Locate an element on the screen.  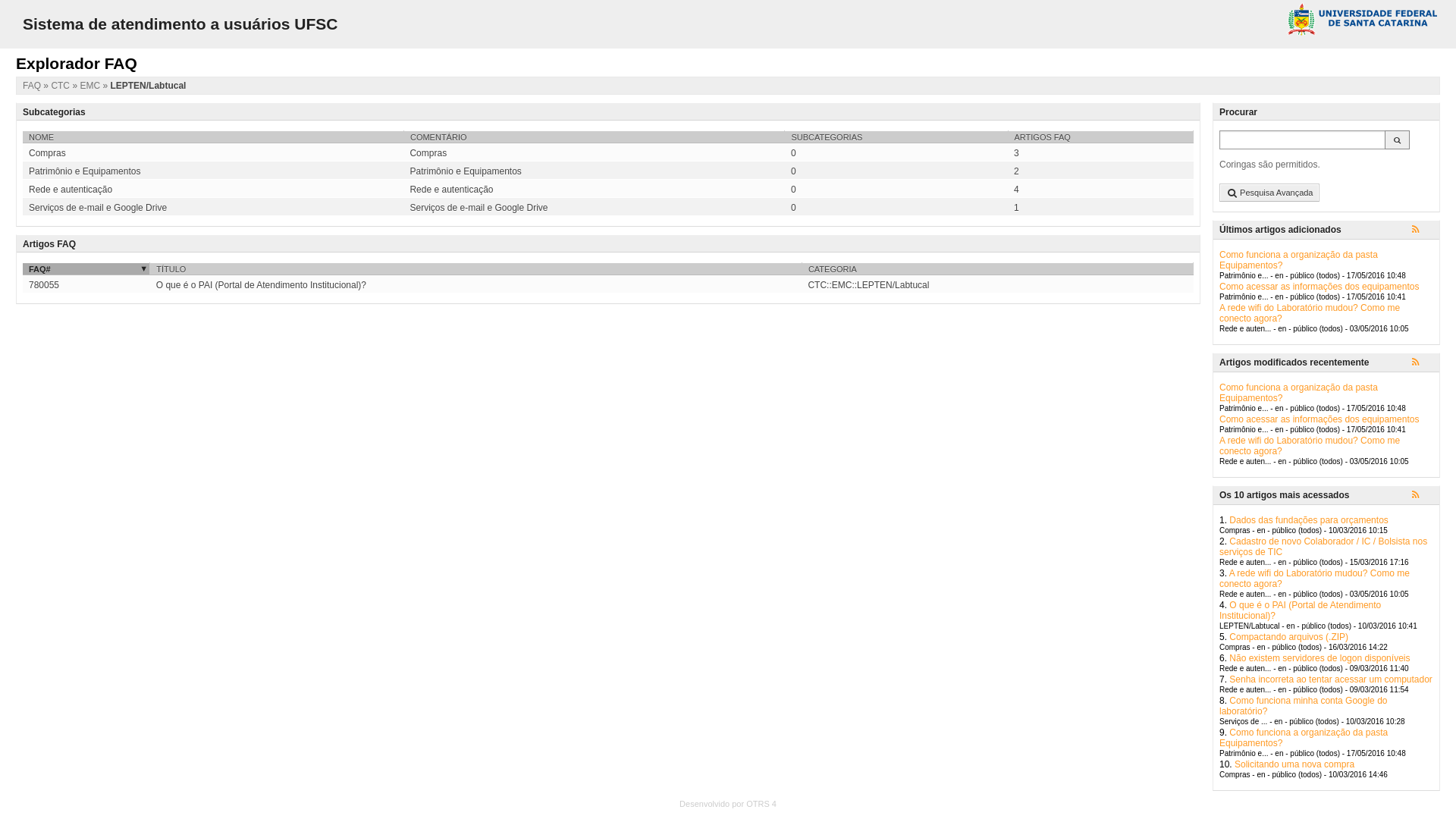
'ARTIGOS FAQ' is located at coordinates (1008, 136).